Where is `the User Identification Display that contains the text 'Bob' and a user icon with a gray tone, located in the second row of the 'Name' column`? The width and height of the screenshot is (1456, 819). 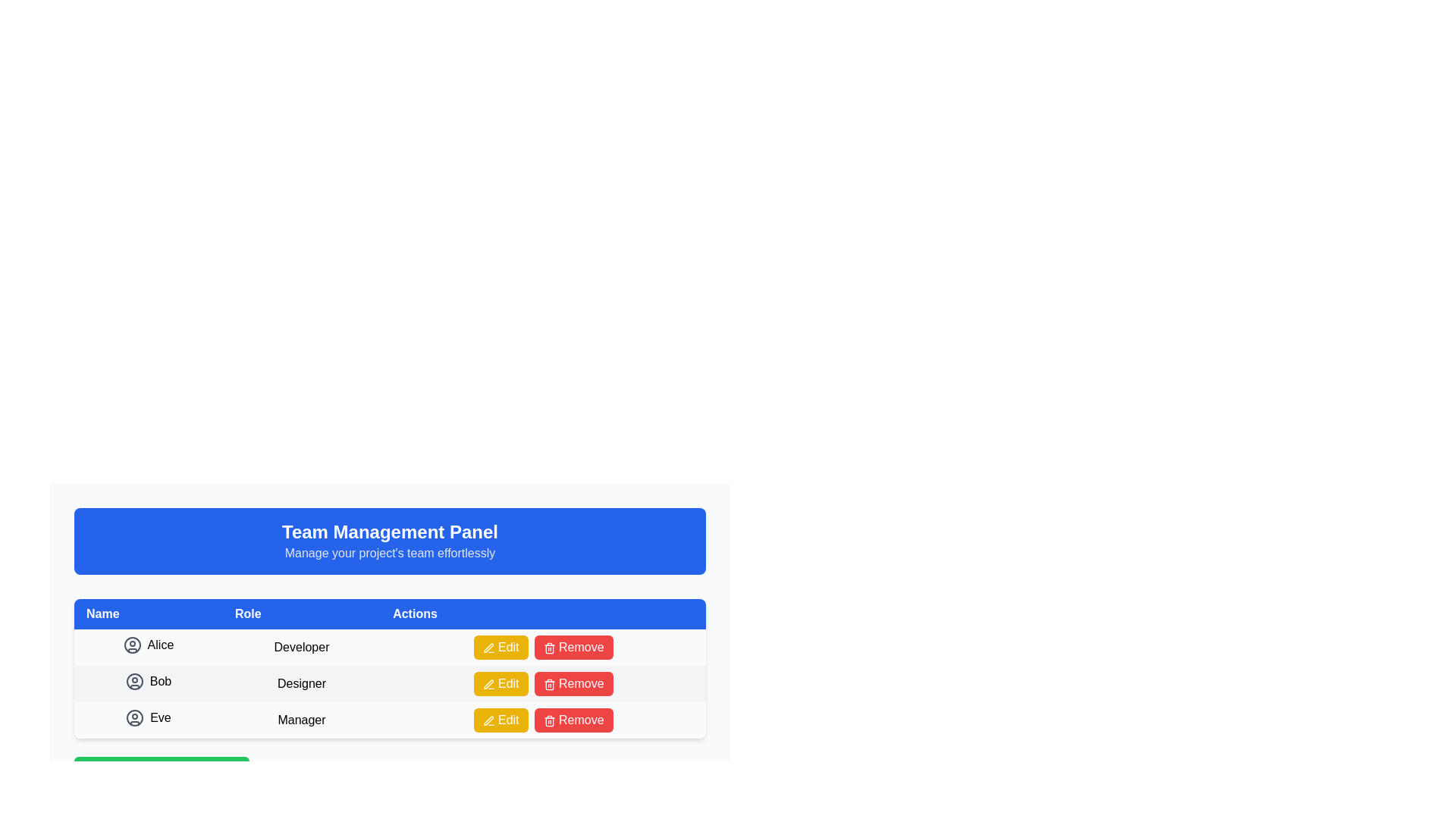
the User Identification Display that contains the text 'Bob' and a user icon with a gray tone, located in the second row of the 'Name' column is located at coordinates (149, 680).